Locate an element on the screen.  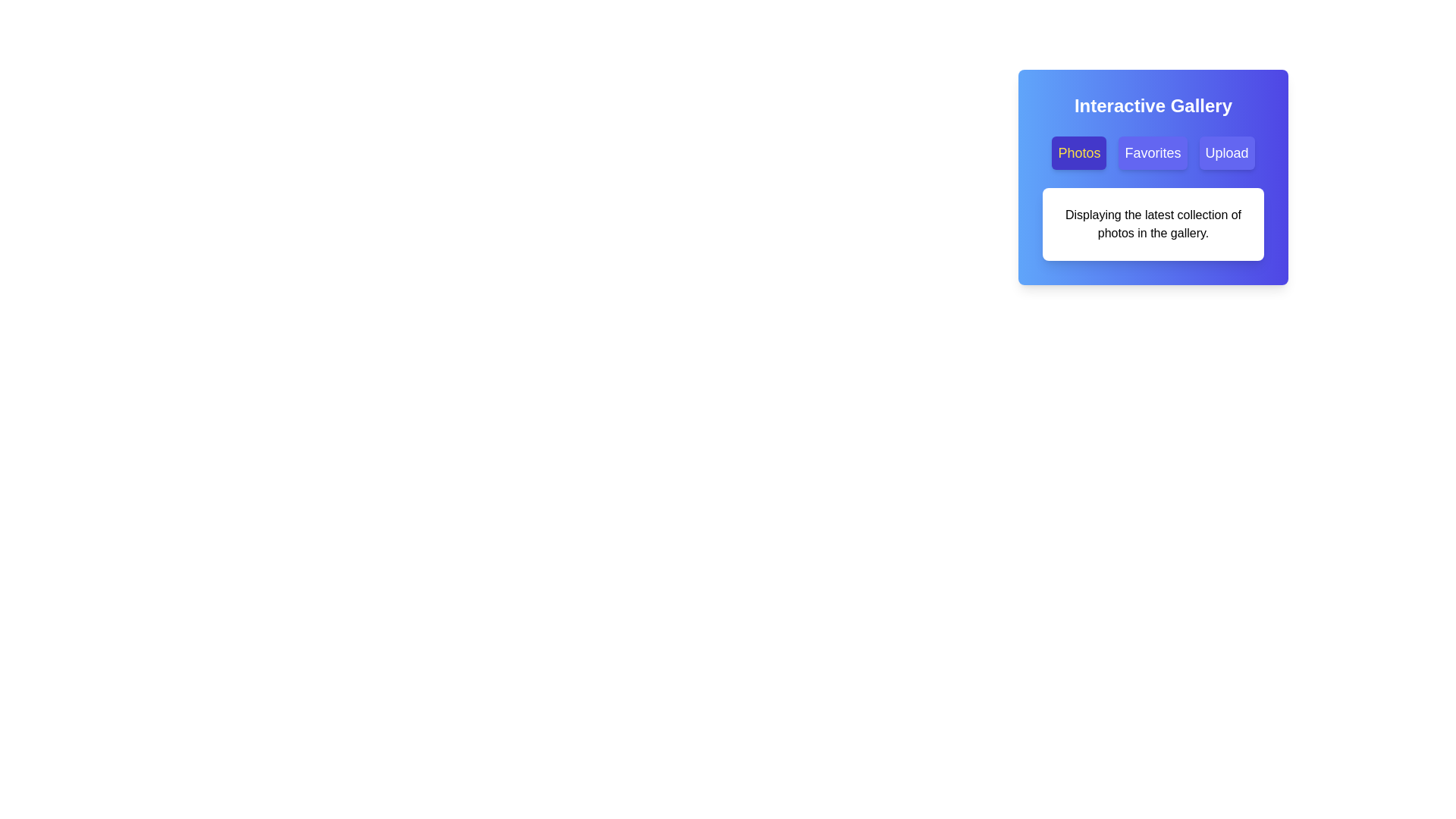
the 'Favorites' button, which is the second button in a row of three, located between the 'Photos' and 'Upload' buttons within a blue-tinted card-like section is located at coordinates (1153, 152).